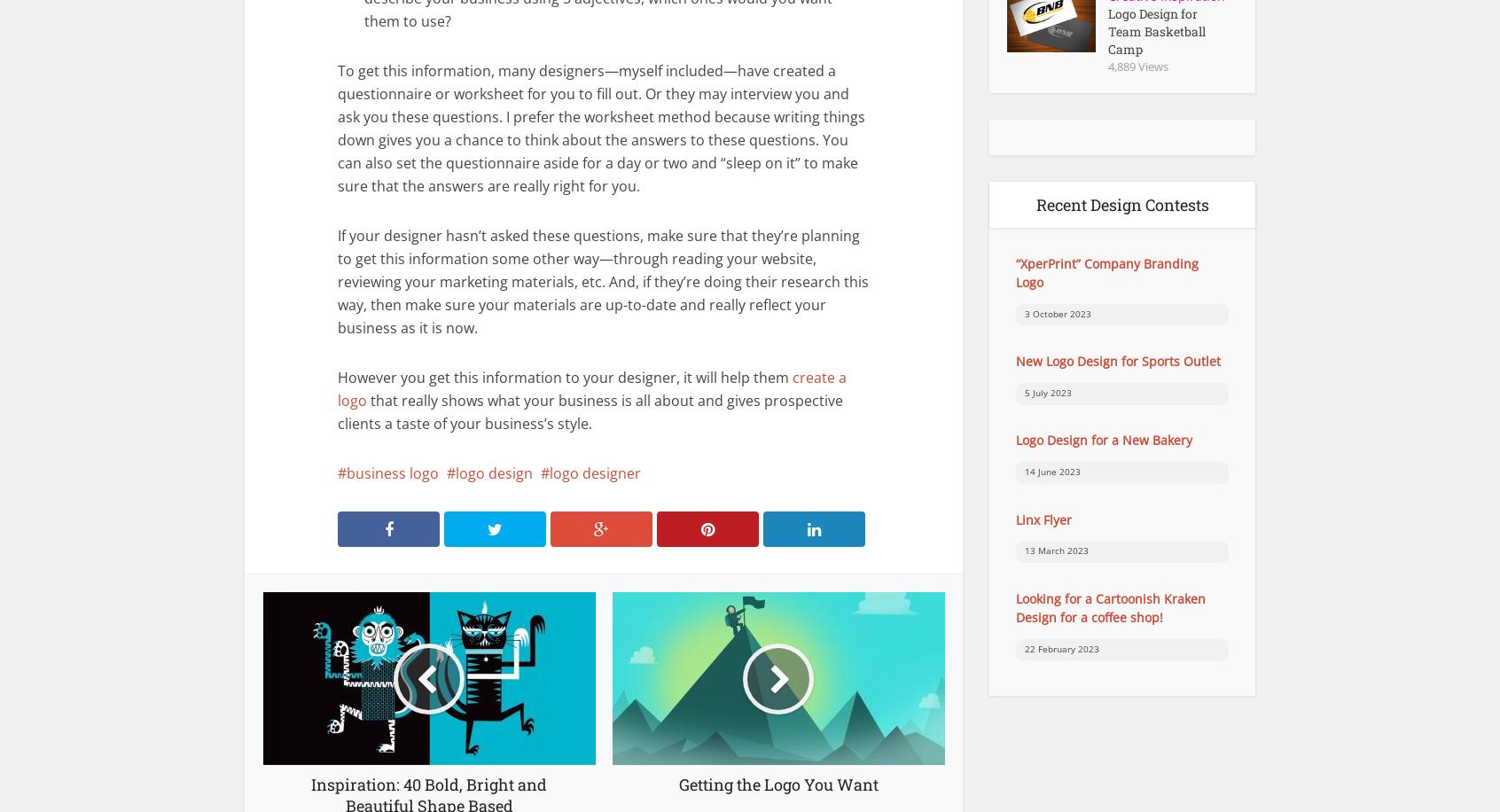 This screenshot has height=812, width=1500. I want to click on 'Linx Flyer', so click(1043, 519).